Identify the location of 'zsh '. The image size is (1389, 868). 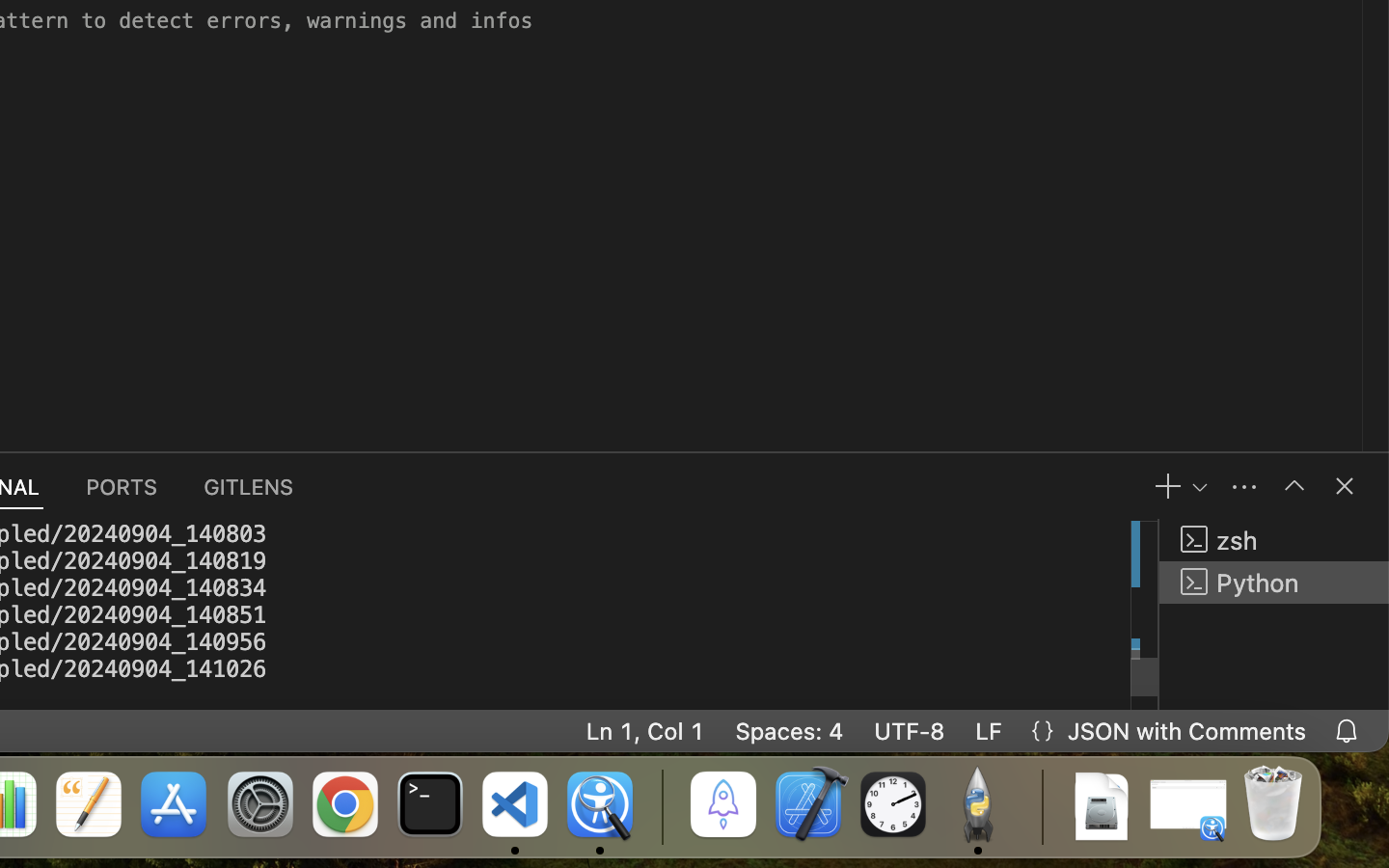
(1273, 538).